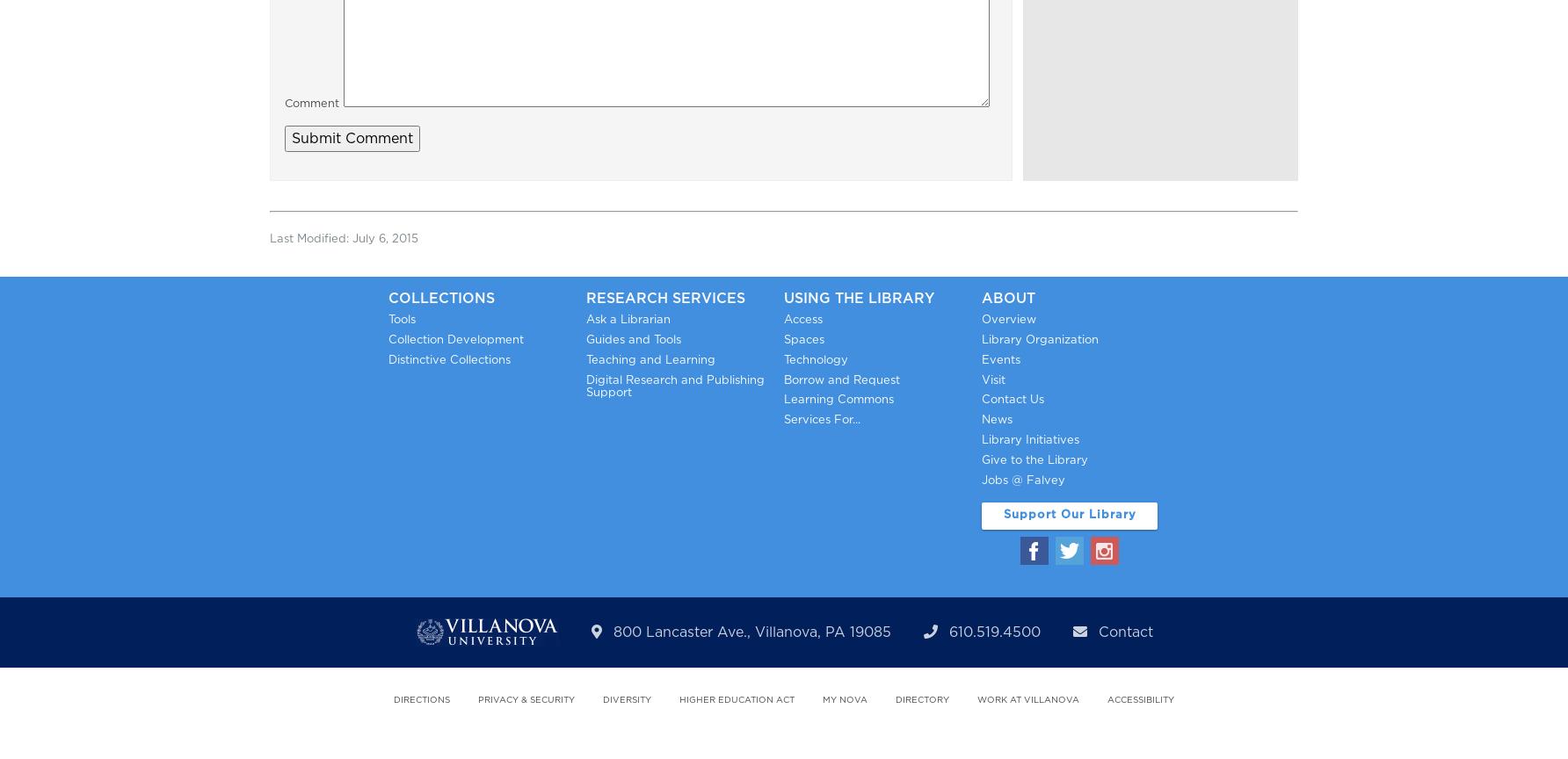  Describe the element at coordinates (1140, 699) in the screenshot. I see `'Accessibility'` at that location.